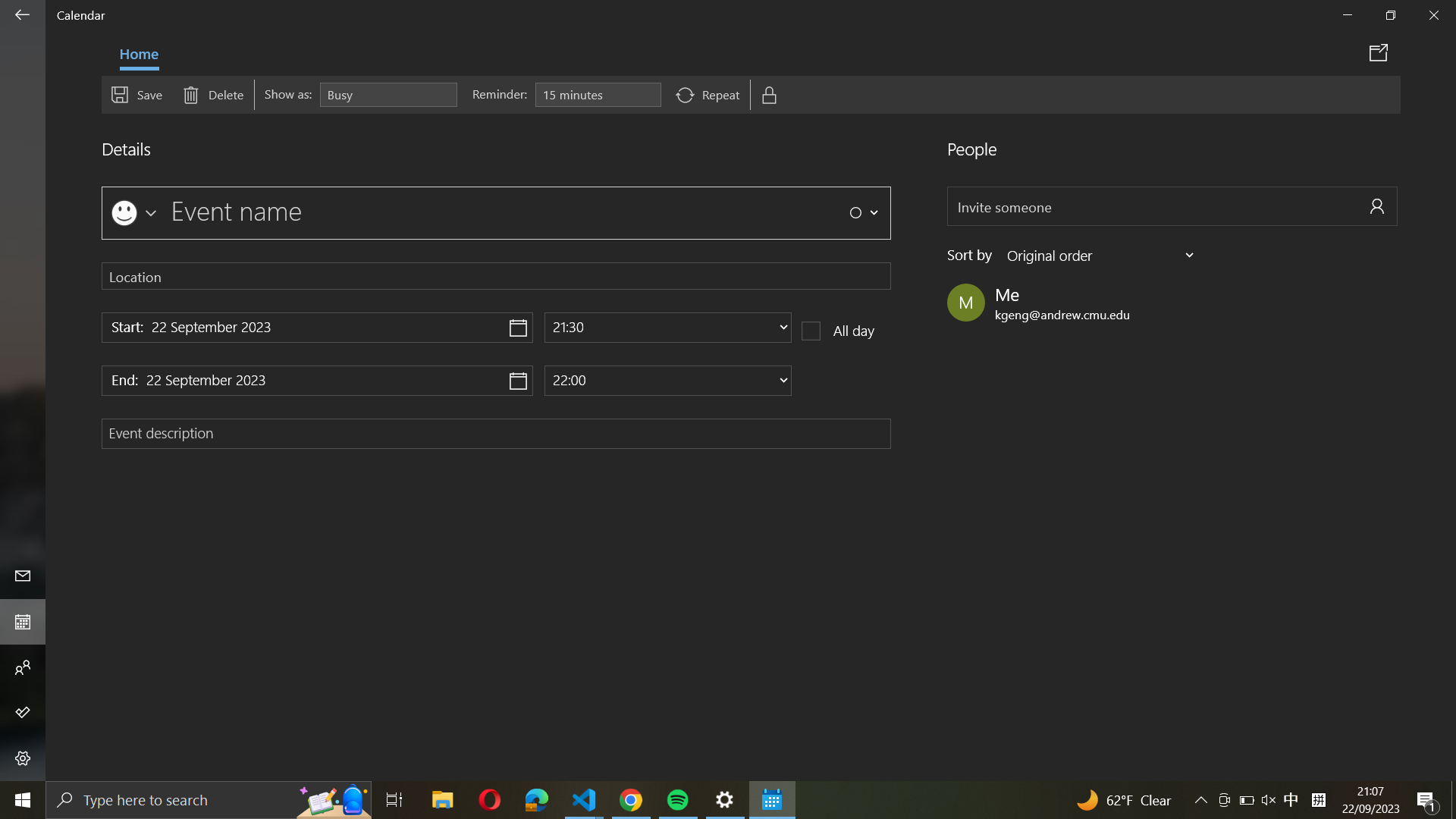 This screenshot has height=819, width=1456. Describe the element at coordinates (1102, 254) in the screenshot. I see `Sort event members by last name` at that location.